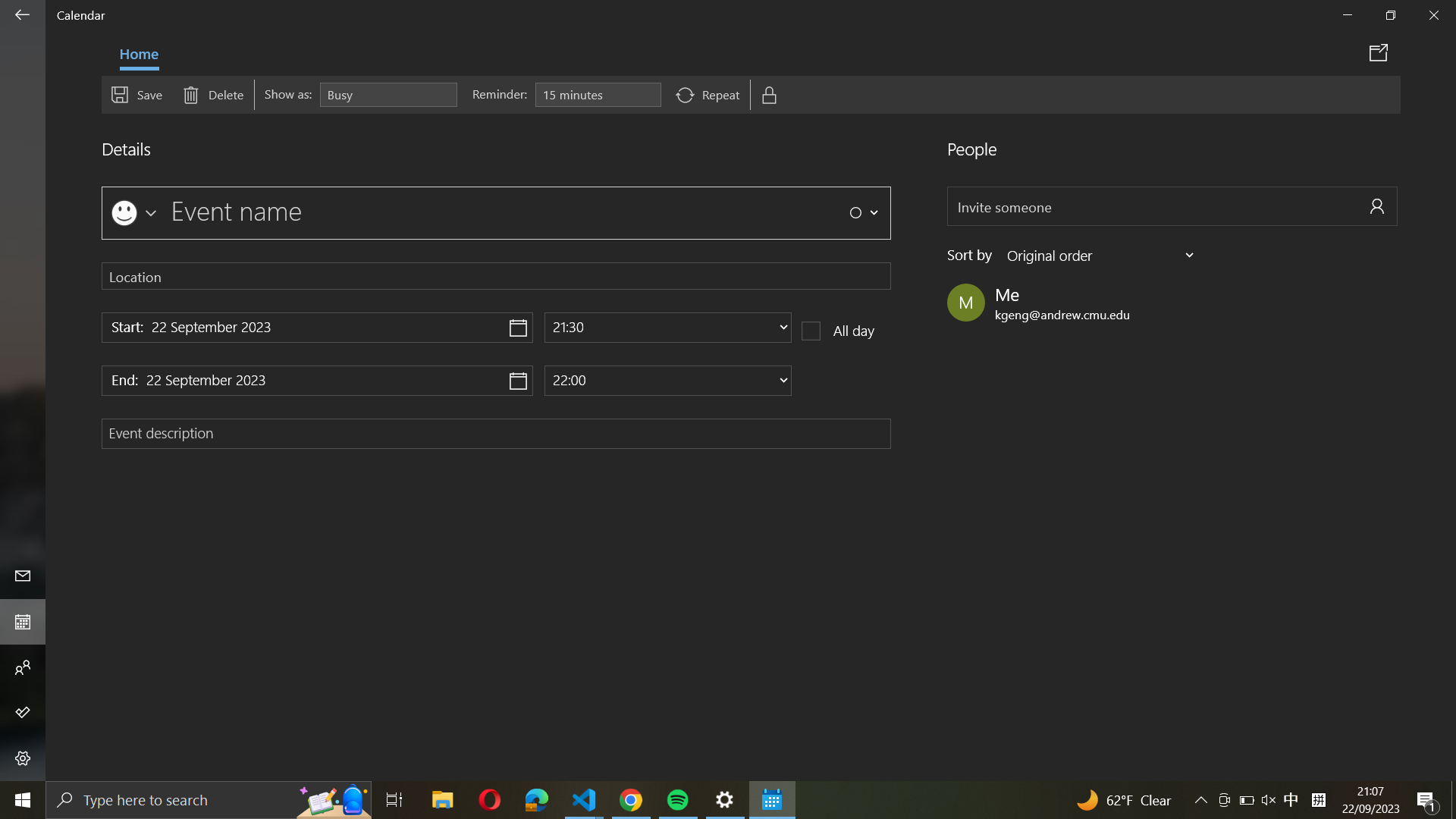 This screenshot has height=819, width=1456. Describe the element at coordinates (1102, 254) in the screenshot. I see `Sort event members by last name` at that location.